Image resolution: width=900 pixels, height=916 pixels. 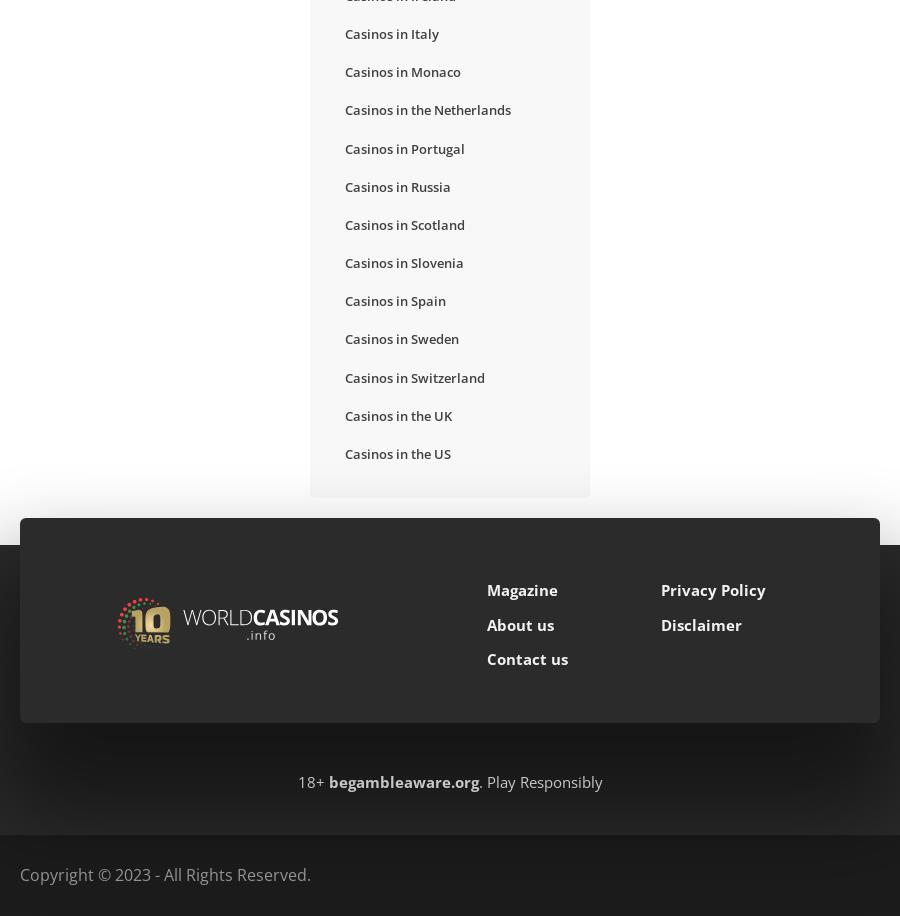 What do you see at coordinates (344, 452) in the screenshot?
I see `'Casinos in the US'` at bounding box center [344, 452].